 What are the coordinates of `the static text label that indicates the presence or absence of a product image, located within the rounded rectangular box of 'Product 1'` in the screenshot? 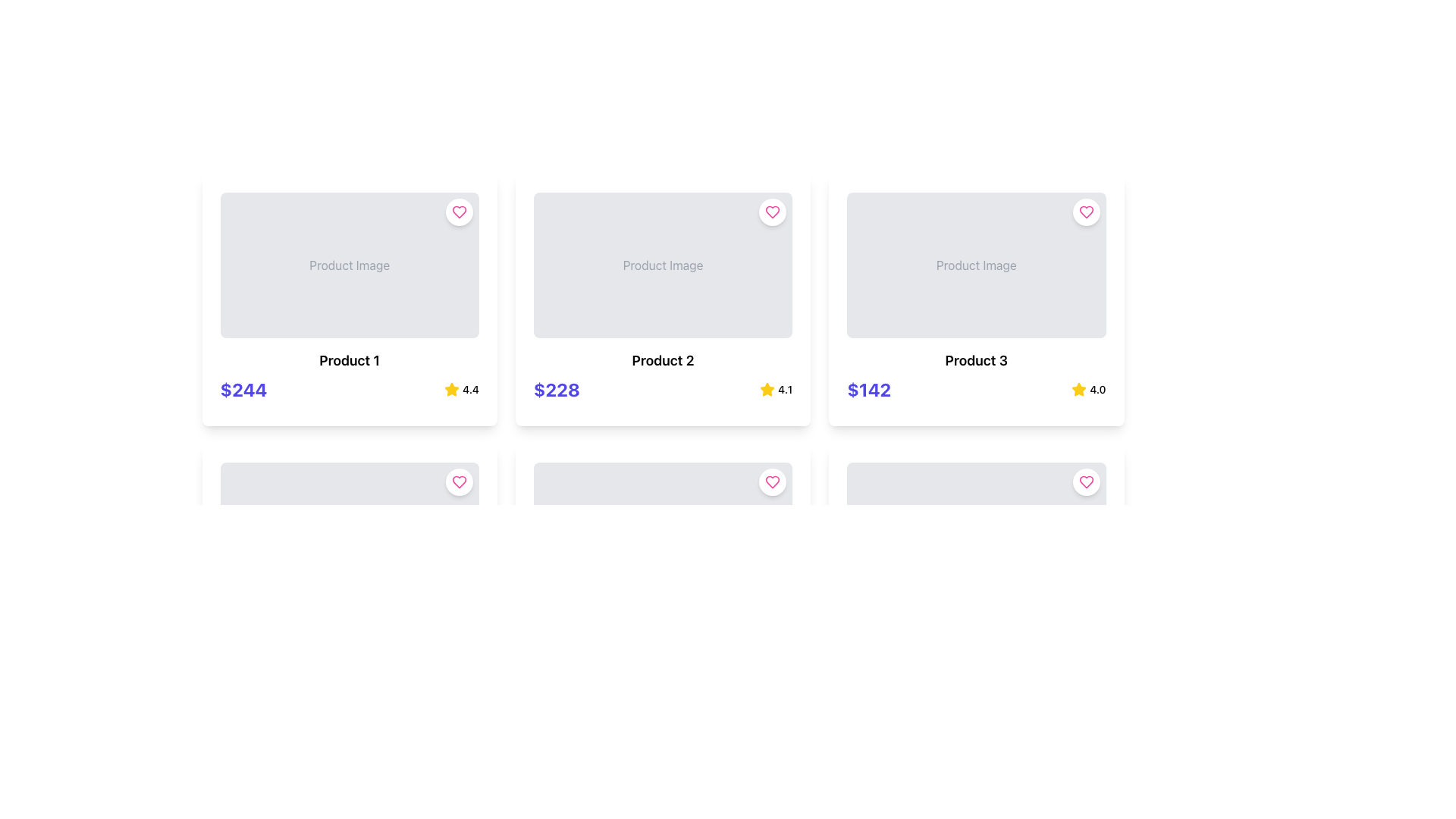 It's located at (349, 265).